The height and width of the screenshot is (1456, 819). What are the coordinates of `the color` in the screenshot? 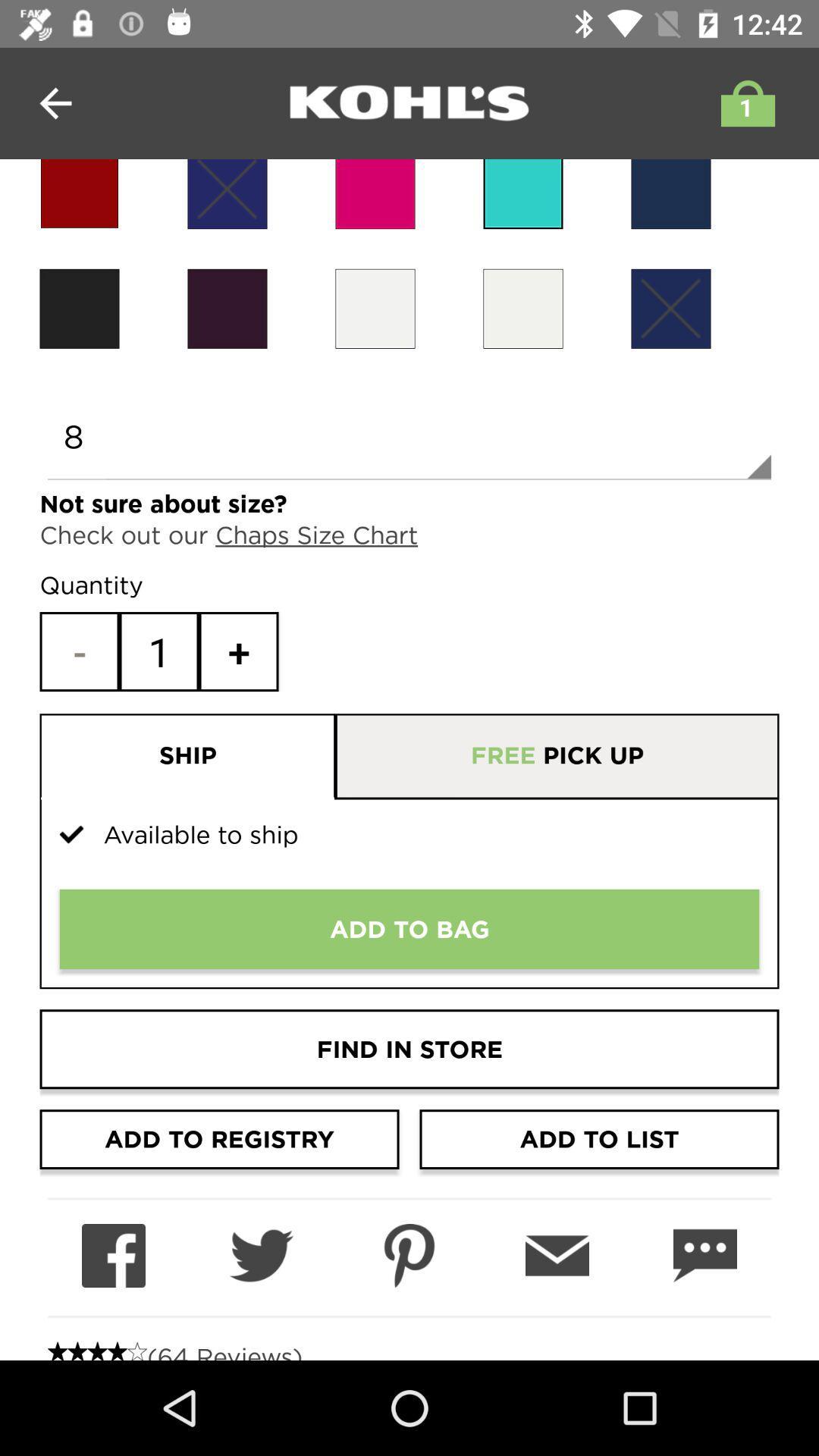 It's located at (670, 308).